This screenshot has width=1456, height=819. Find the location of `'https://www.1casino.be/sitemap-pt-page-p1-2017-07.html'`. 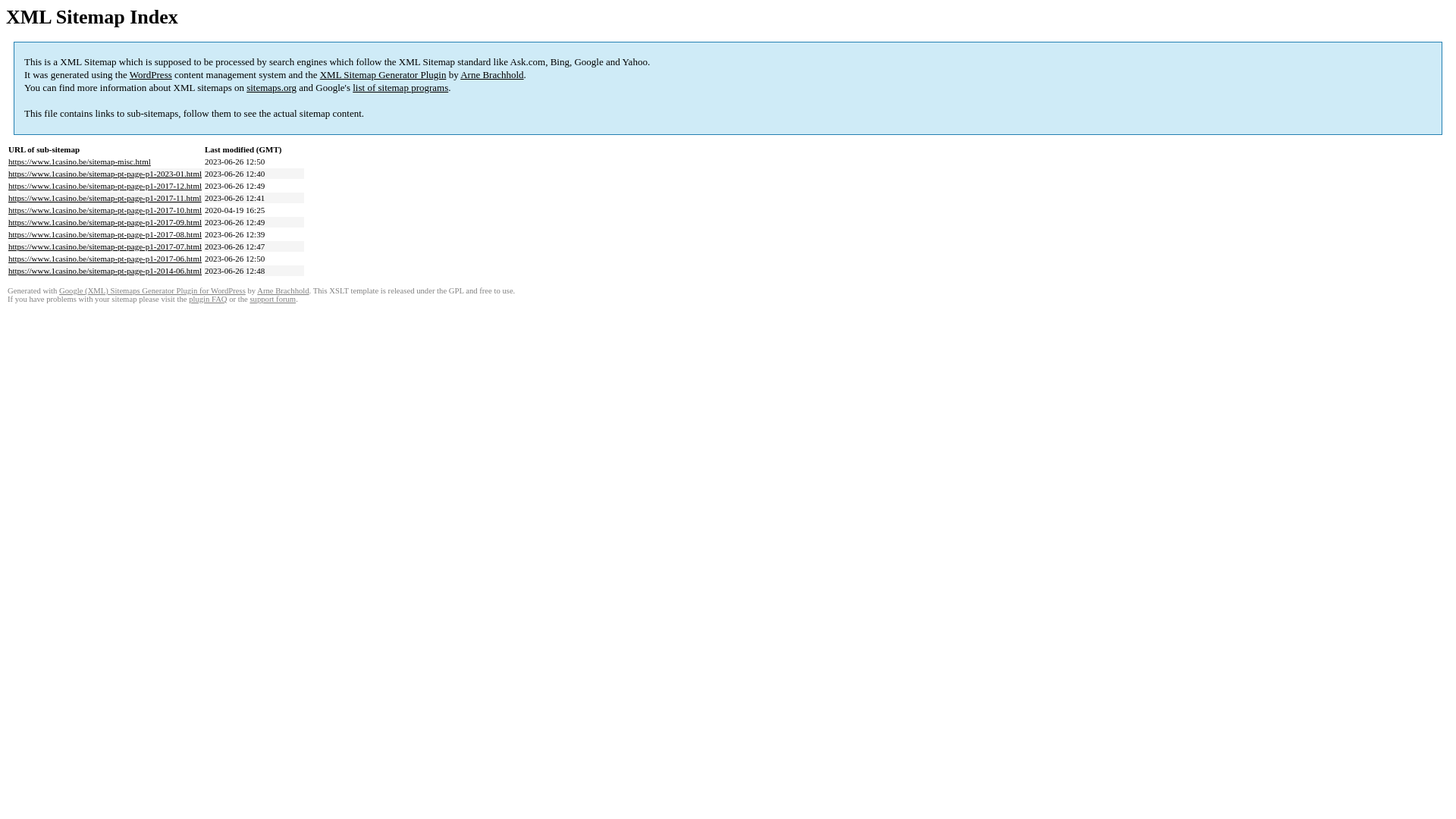

'https://www.1casino.be/sitemap-pt-page-p1-2017-07.html' is located at coordinates (104, 245).